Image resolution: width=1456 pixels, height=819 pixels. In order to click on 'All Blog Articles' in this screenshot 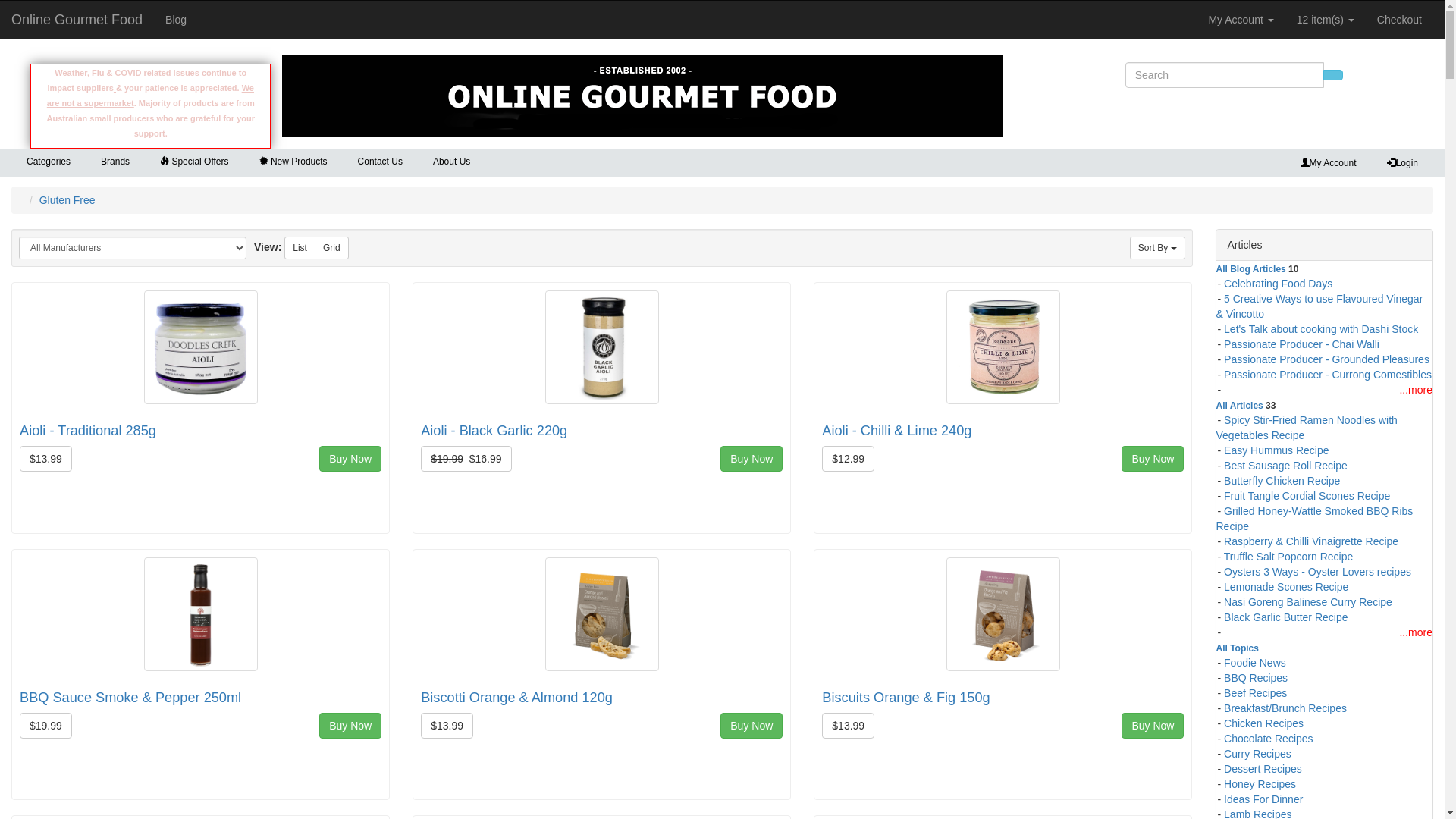, I will do `click(1251, 267)`.